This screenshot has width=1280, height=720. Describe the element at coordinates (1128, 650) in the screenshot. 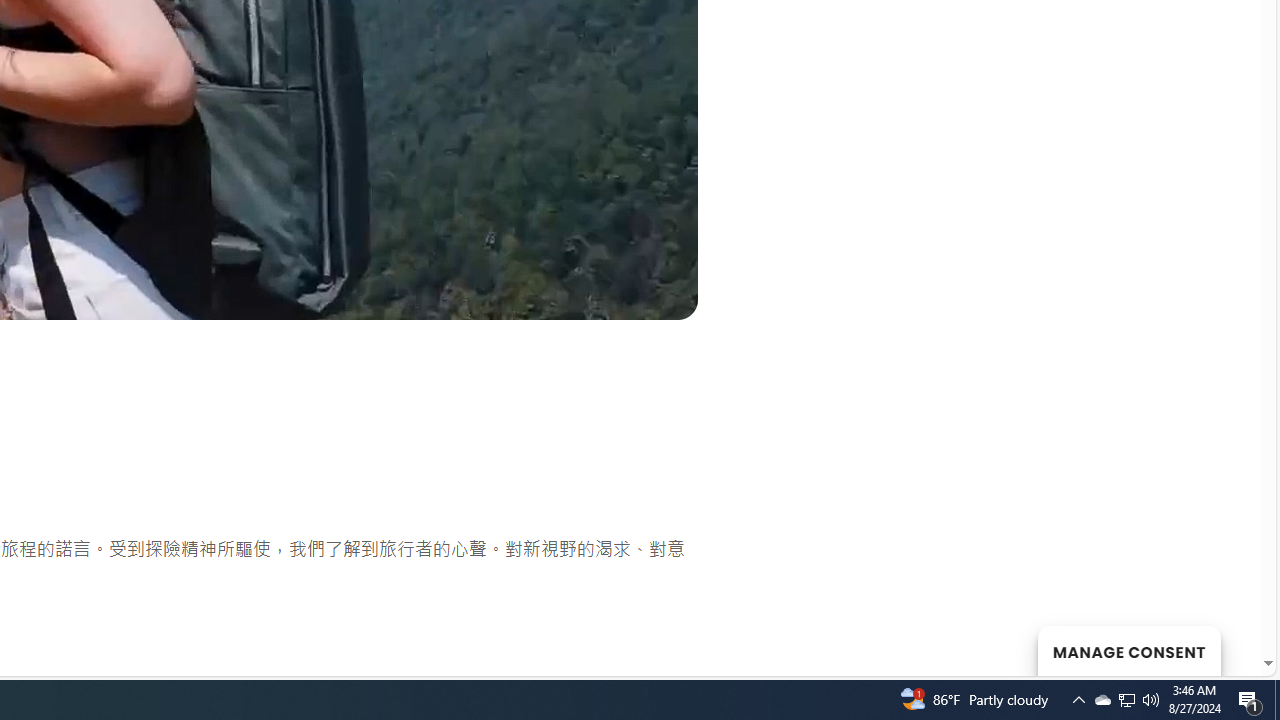

I see `'MANAGE CONSENT'` at that location.